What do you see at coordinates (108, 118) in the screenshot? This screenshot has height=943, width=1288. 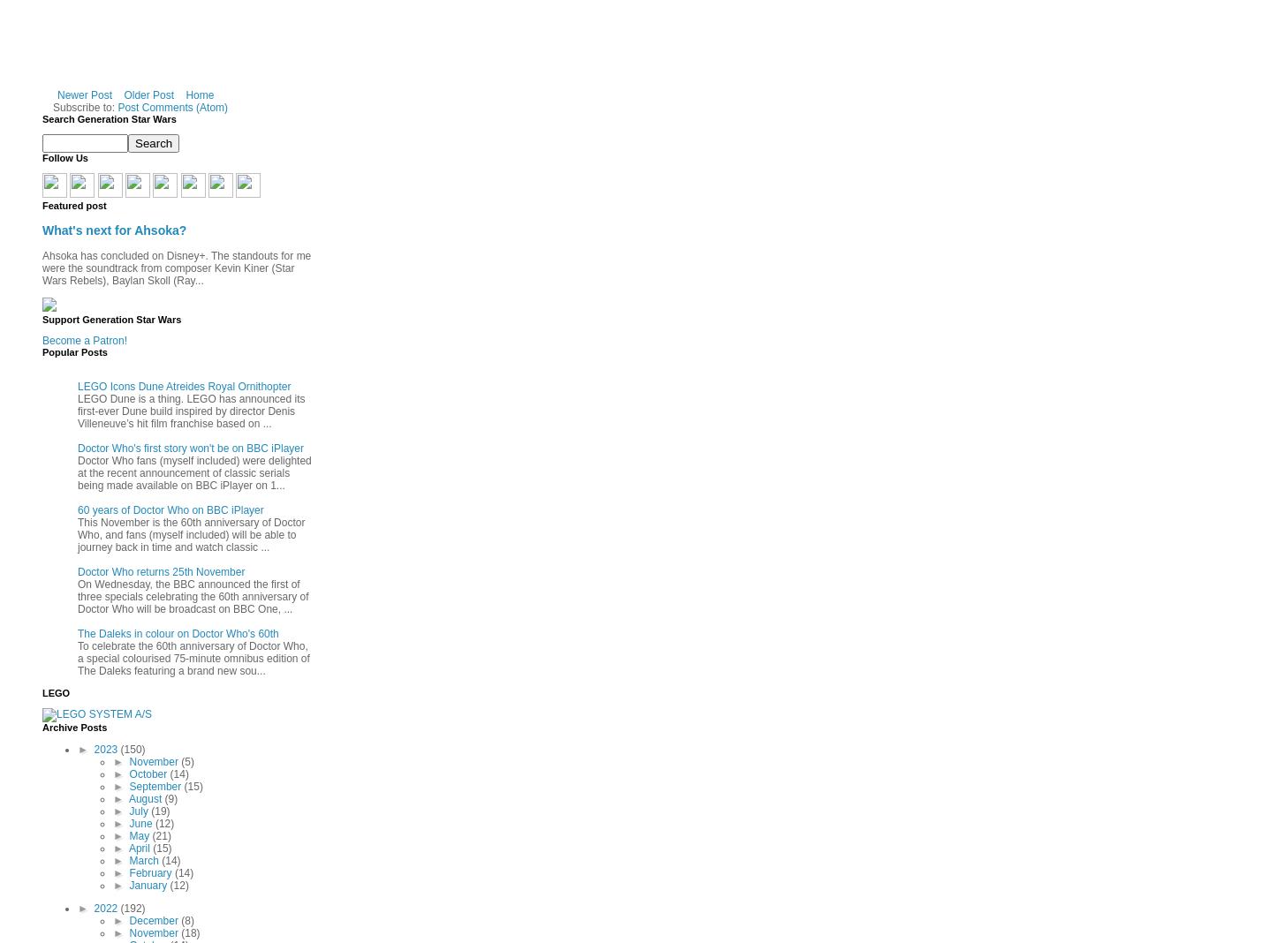 I see `'Search Generation Star Wars'` at bounding box center [108, 118].